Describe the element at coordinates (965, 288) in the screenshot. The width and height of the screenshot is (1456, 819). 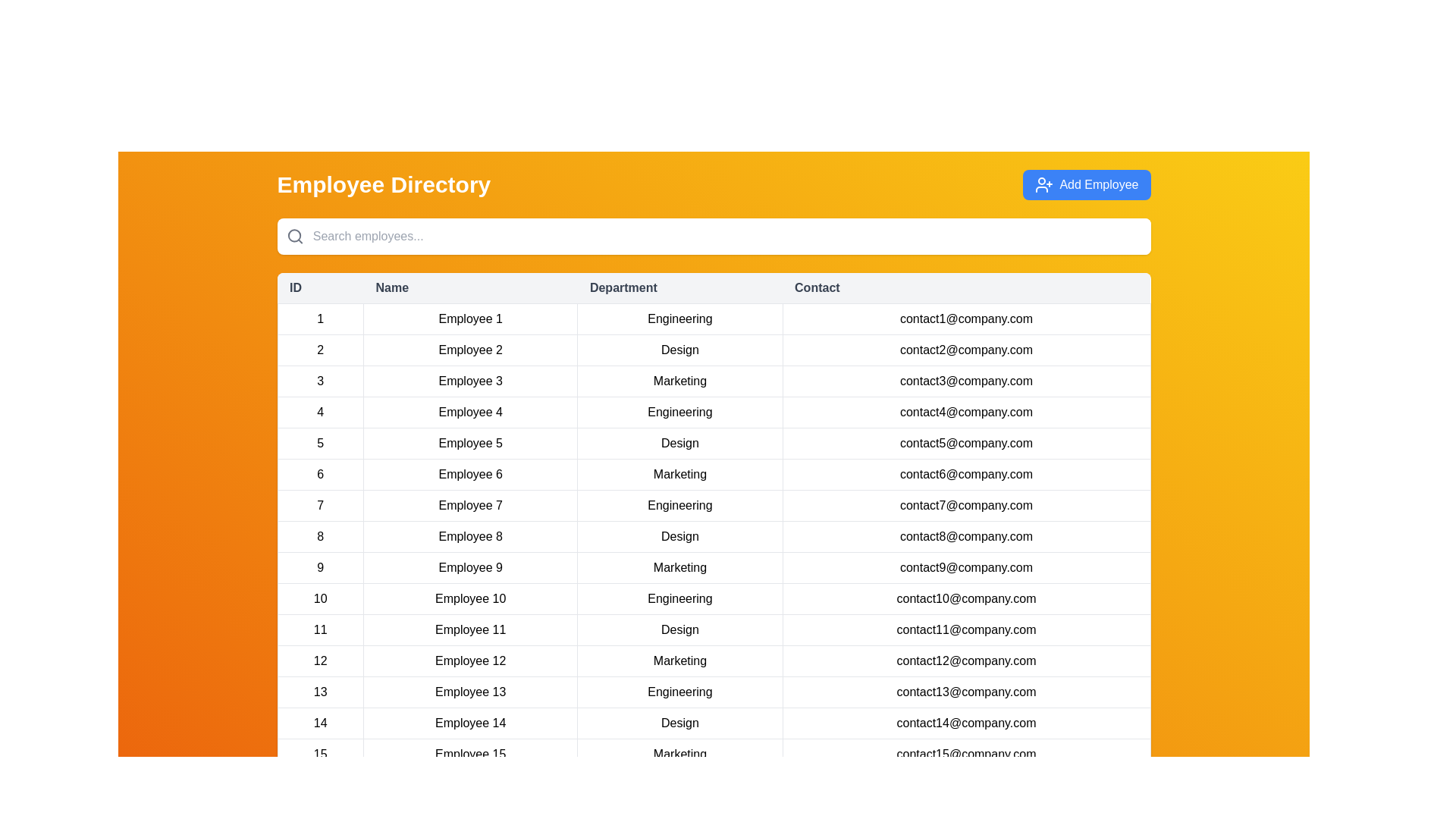
I see `the column header Contact to sort the table by that column` at that location.